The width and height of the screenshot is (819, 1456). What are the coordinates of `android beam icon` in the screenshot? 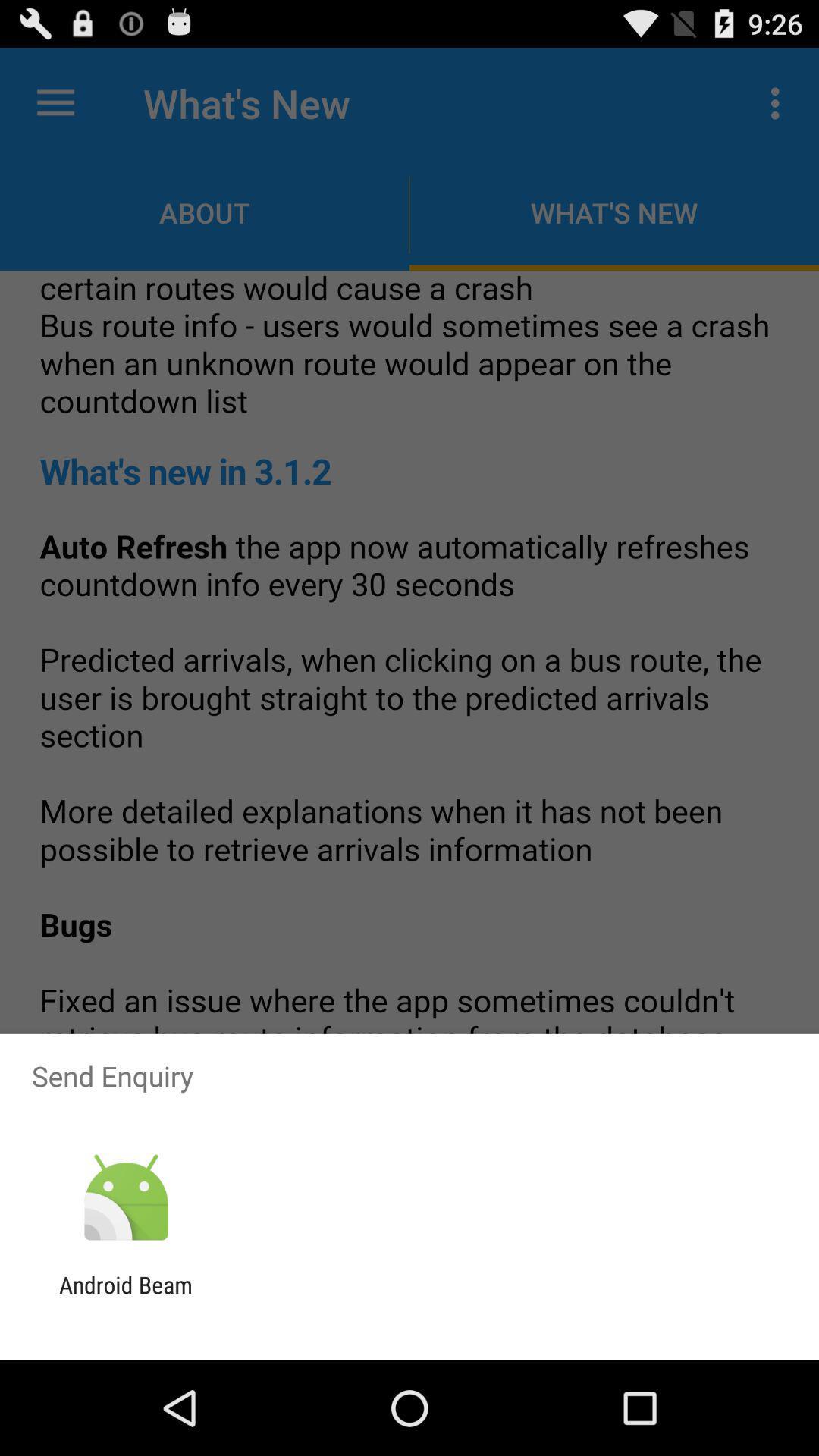 It's located at (125, 1298).